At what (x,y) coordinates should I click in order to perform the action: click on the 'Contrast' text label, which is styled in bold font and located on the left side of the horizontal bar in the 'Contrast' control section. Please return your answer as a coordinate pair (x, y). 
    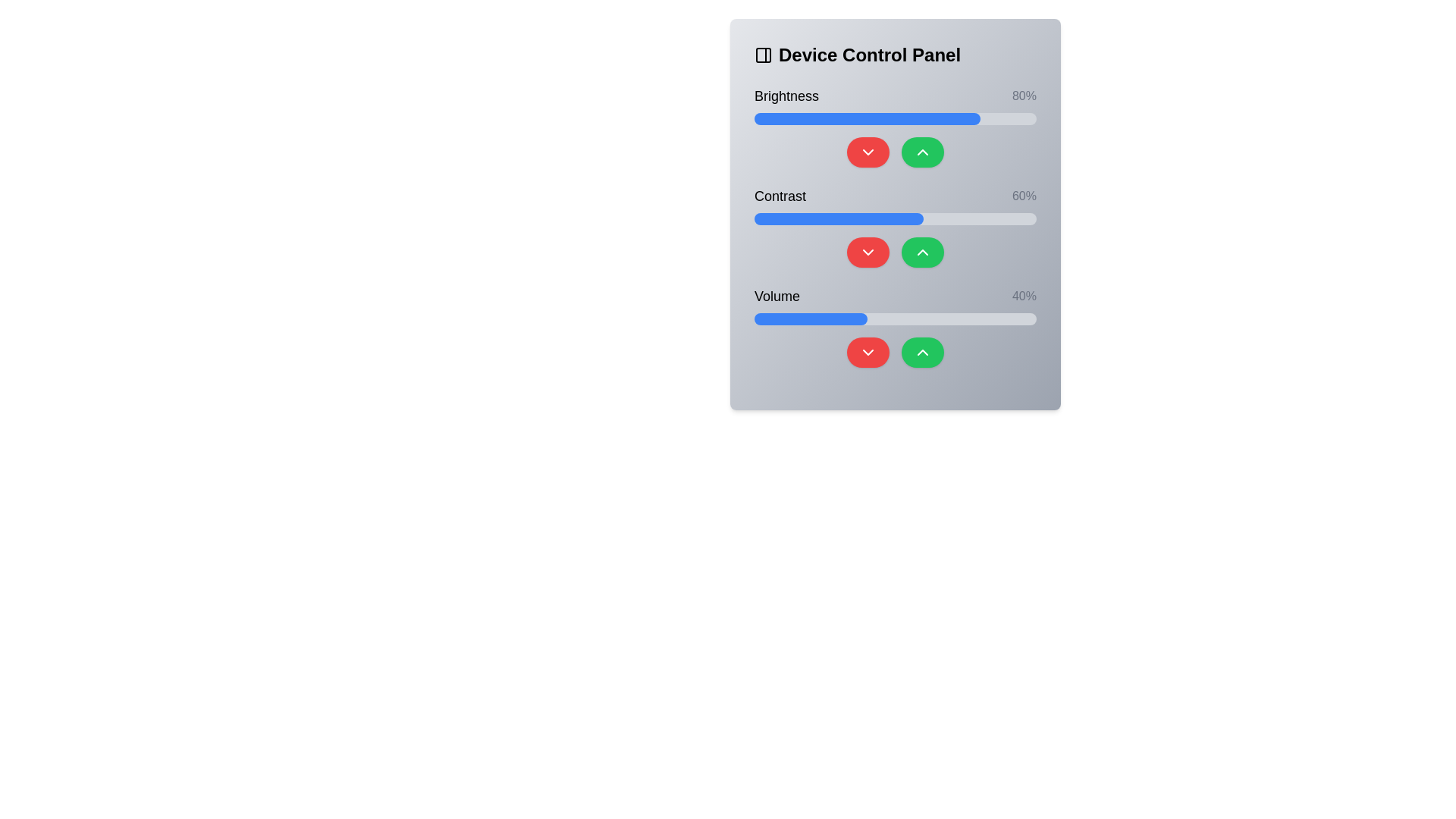
    Looking at the image, I should click on (780, 195).